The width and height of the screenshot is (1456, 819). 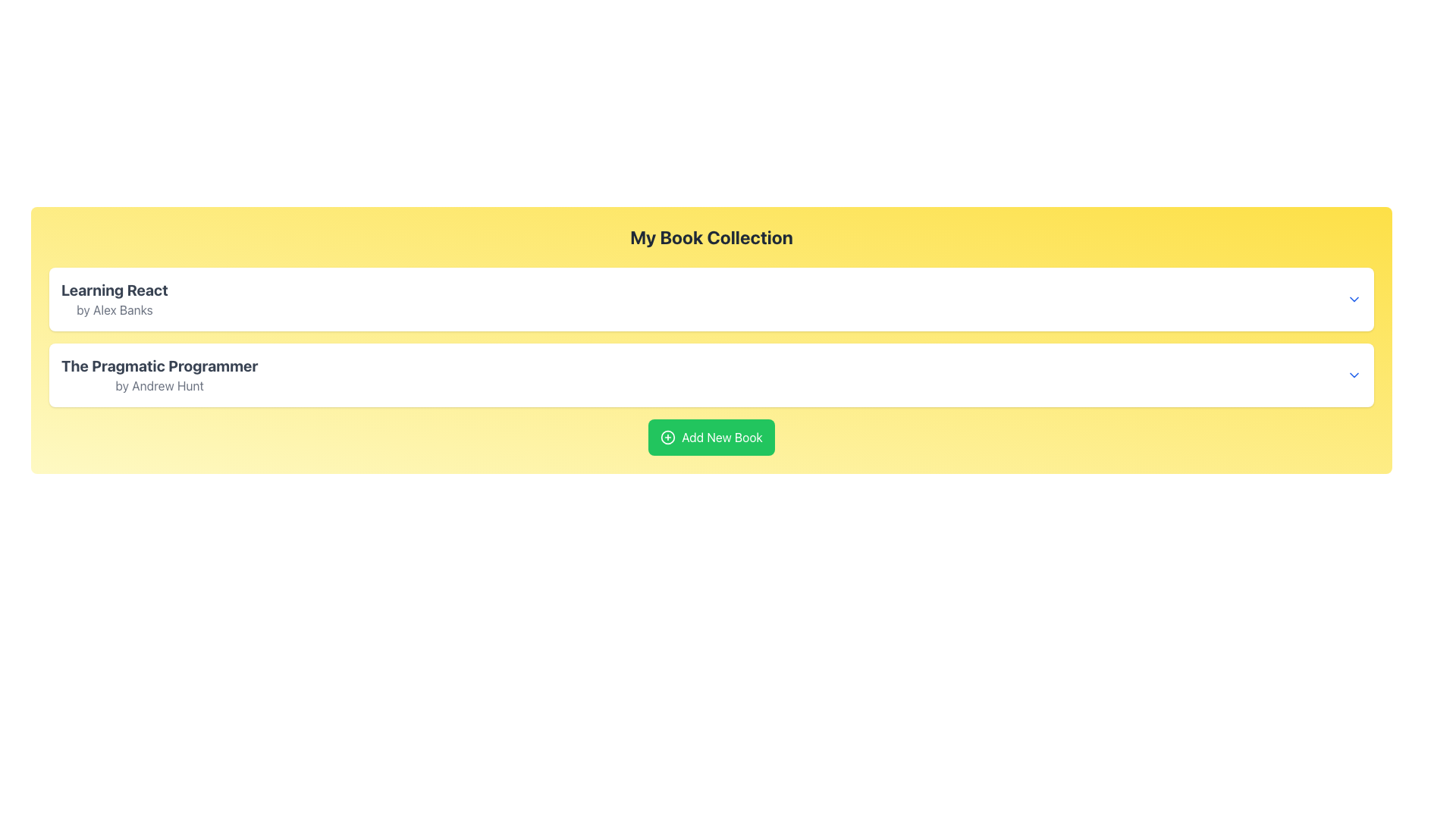 I want to click on the non-interactive Text label providing attribution information about the author of the book, located beneath the title 'The Pragmatic Programmer' within the 'My Book Collection' section, so click(x=159, y=385).